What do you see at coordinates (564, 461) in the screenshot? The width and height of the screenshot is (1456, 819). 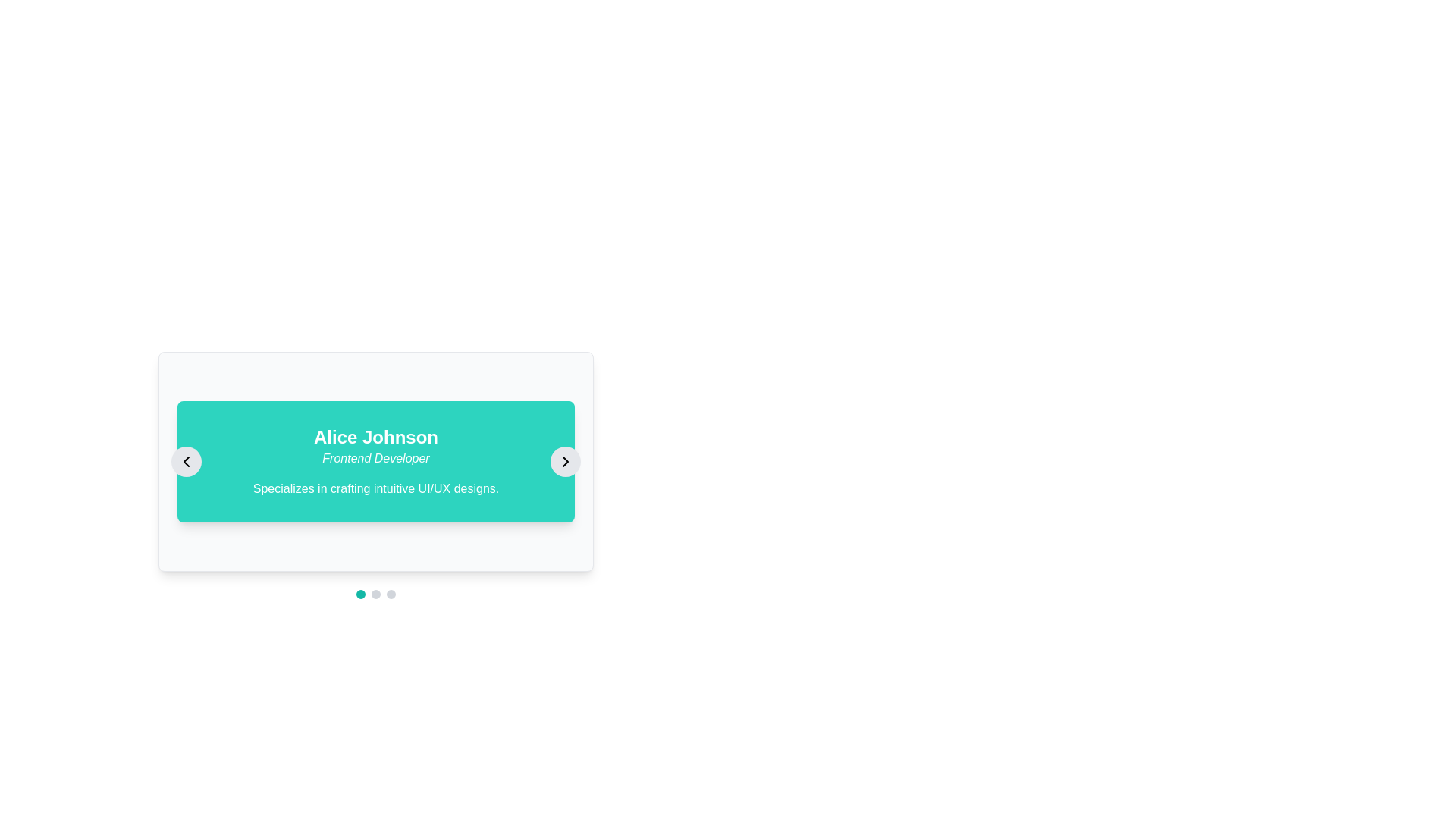 I see `the circular navigation icon located on the center-right side of the interface` at bounding box center [564, 461].